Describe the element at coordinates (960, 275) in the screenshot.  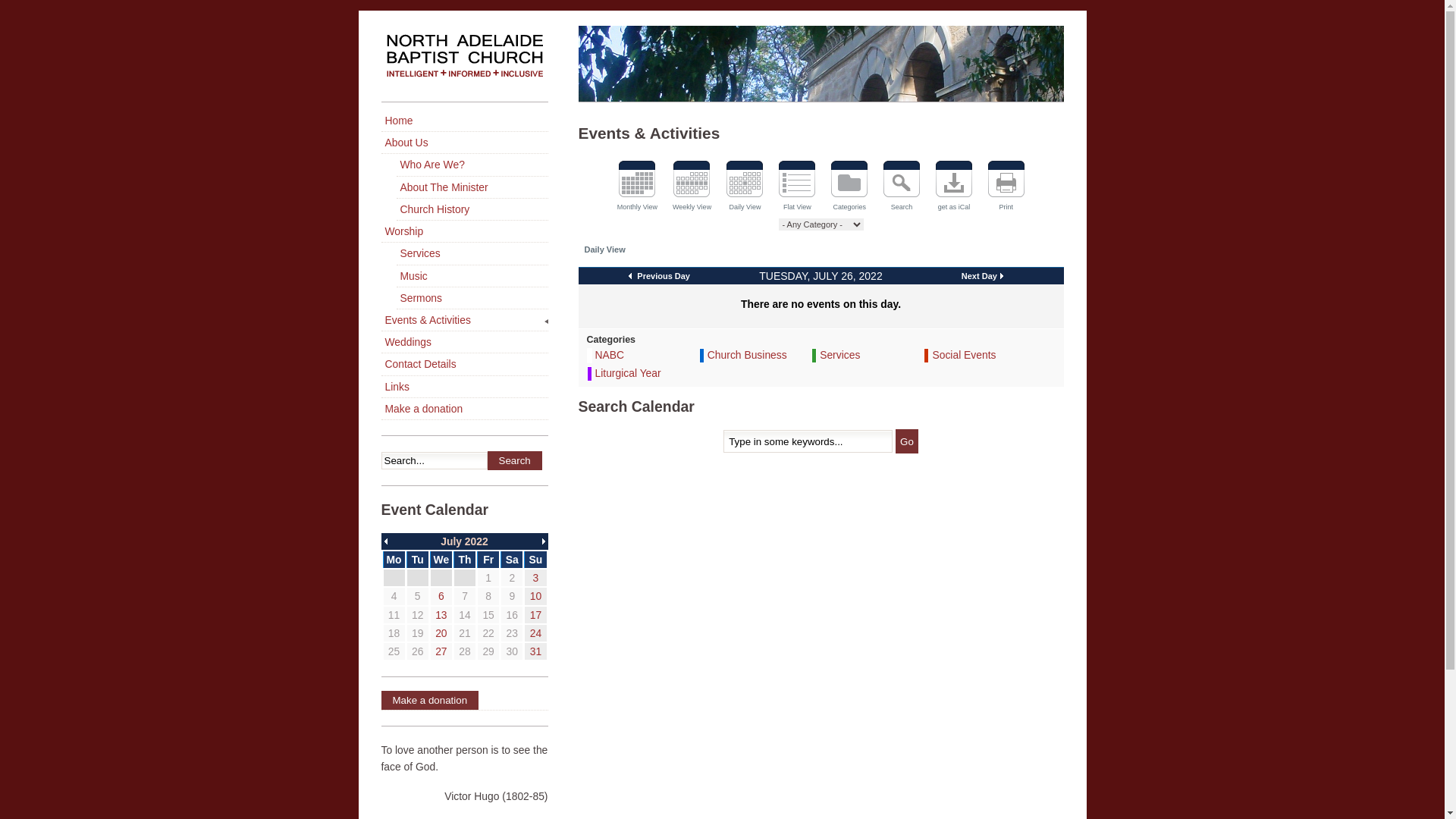
I see `'Next Day'` at that location.